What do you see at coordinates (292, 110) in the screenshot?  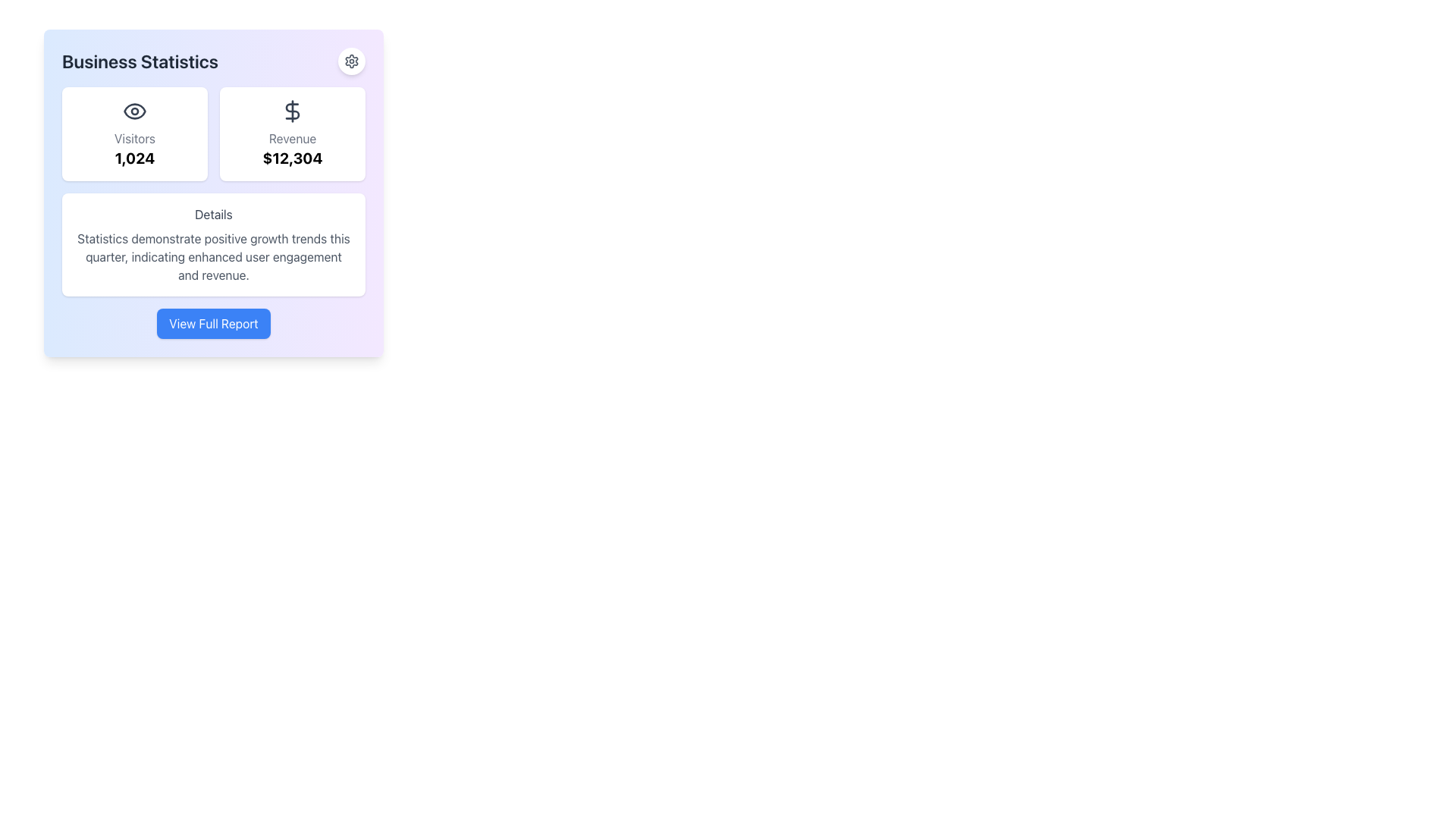 I see `the dollar sign icon, which is styled with curved lines and positioned above the text labeled 'Revenue $12,304' in the right card of the statistics layout` at bounding box center [292, 110].